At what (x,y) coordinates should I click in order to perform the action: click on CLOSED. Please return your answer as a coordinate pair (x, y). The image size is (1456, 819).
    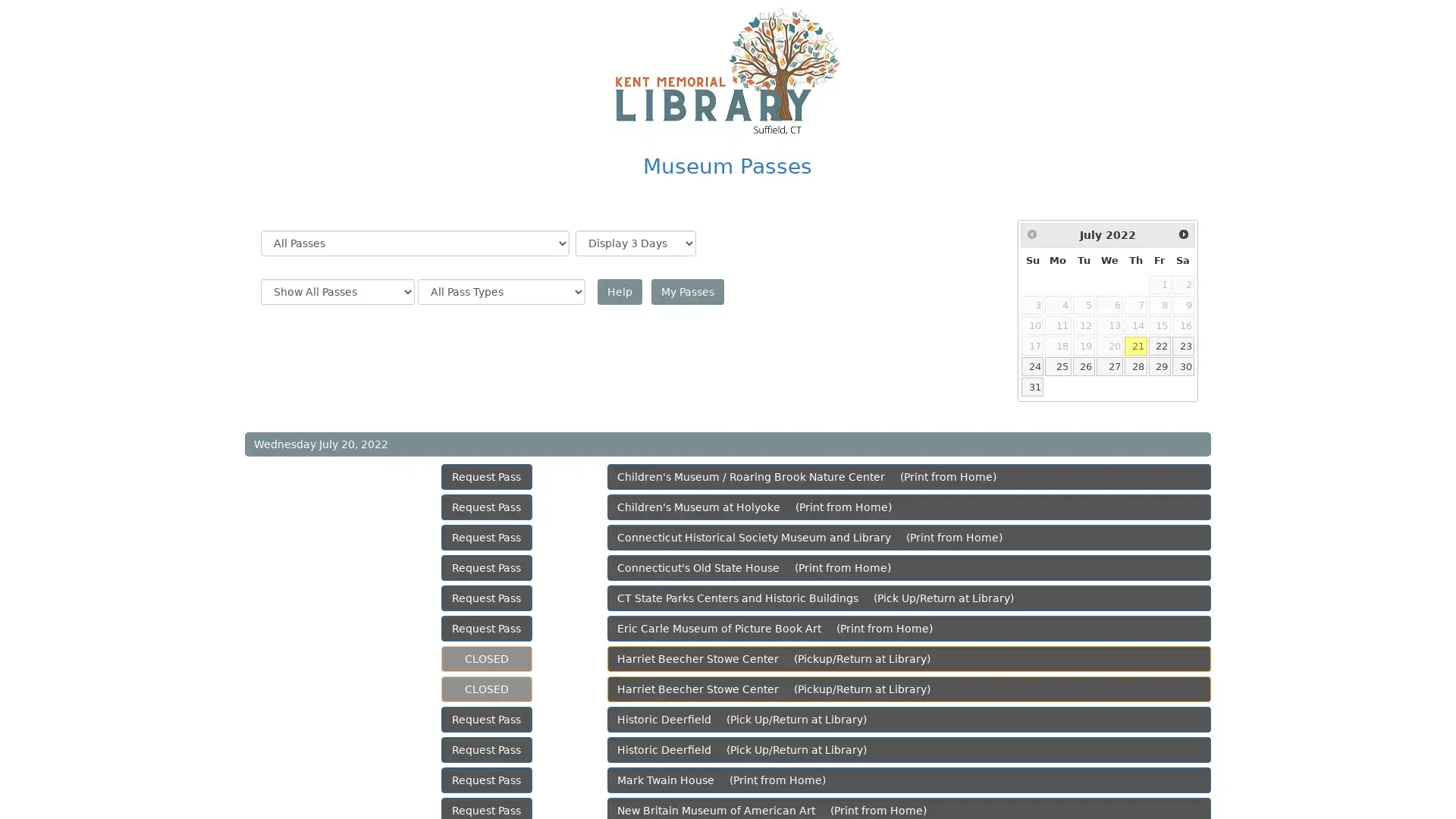
    Looking at the image, I should click on (486, 689).